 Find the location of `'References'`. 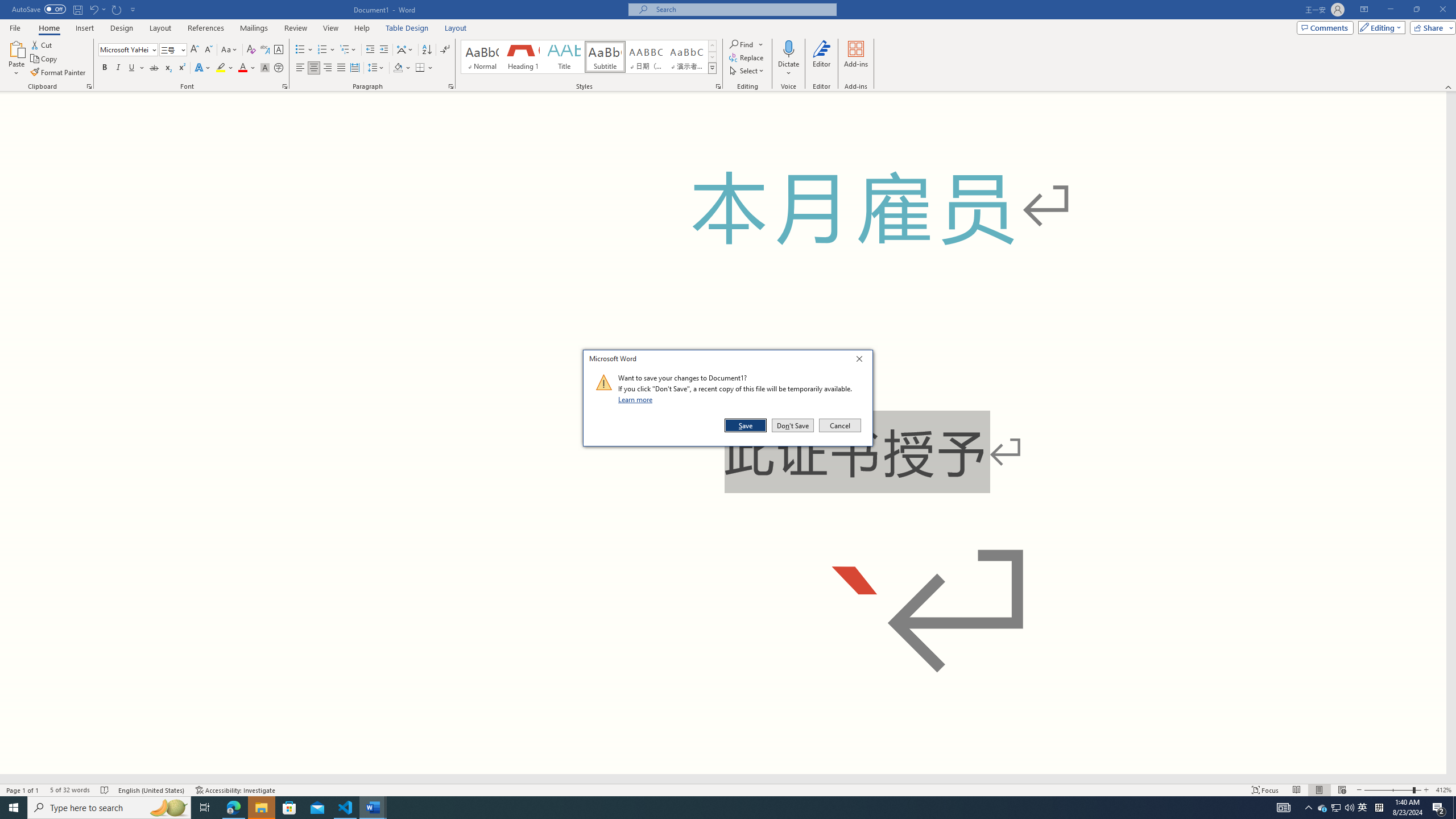

'References' is located at coordinates (206, 28).